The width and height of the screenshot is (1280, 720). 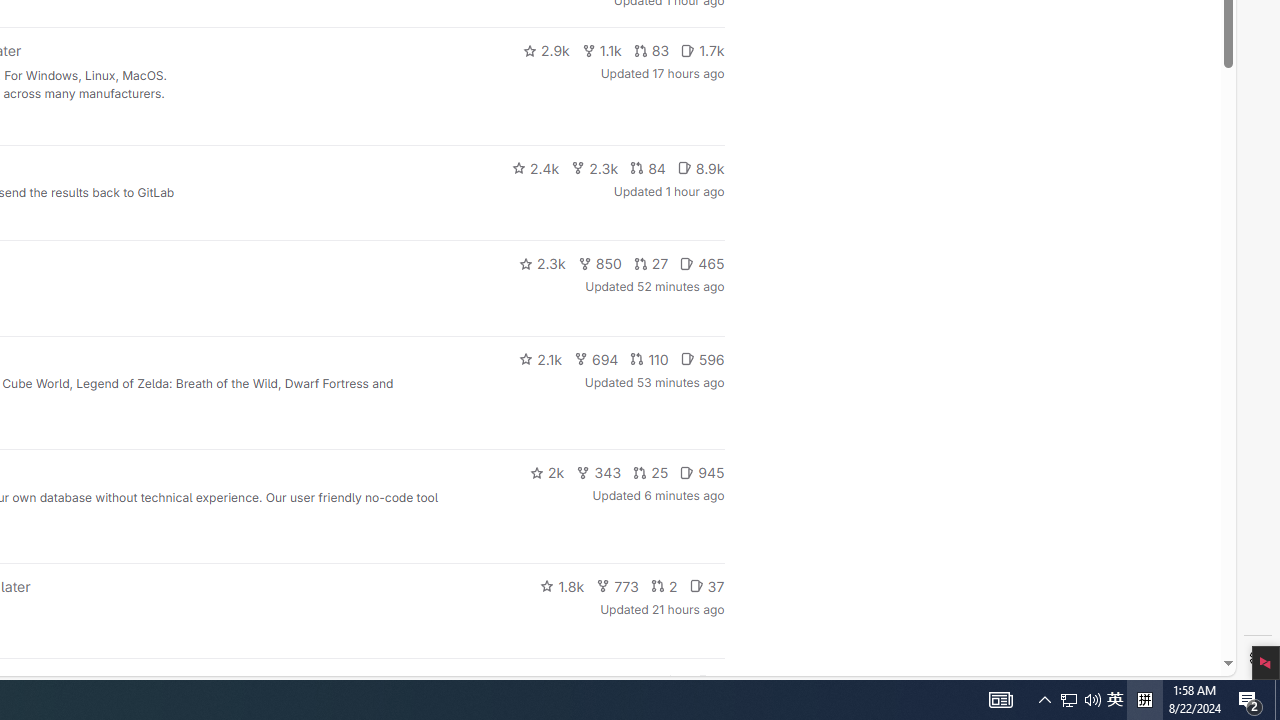 I want to click on '110', so click(x=649, y=357).